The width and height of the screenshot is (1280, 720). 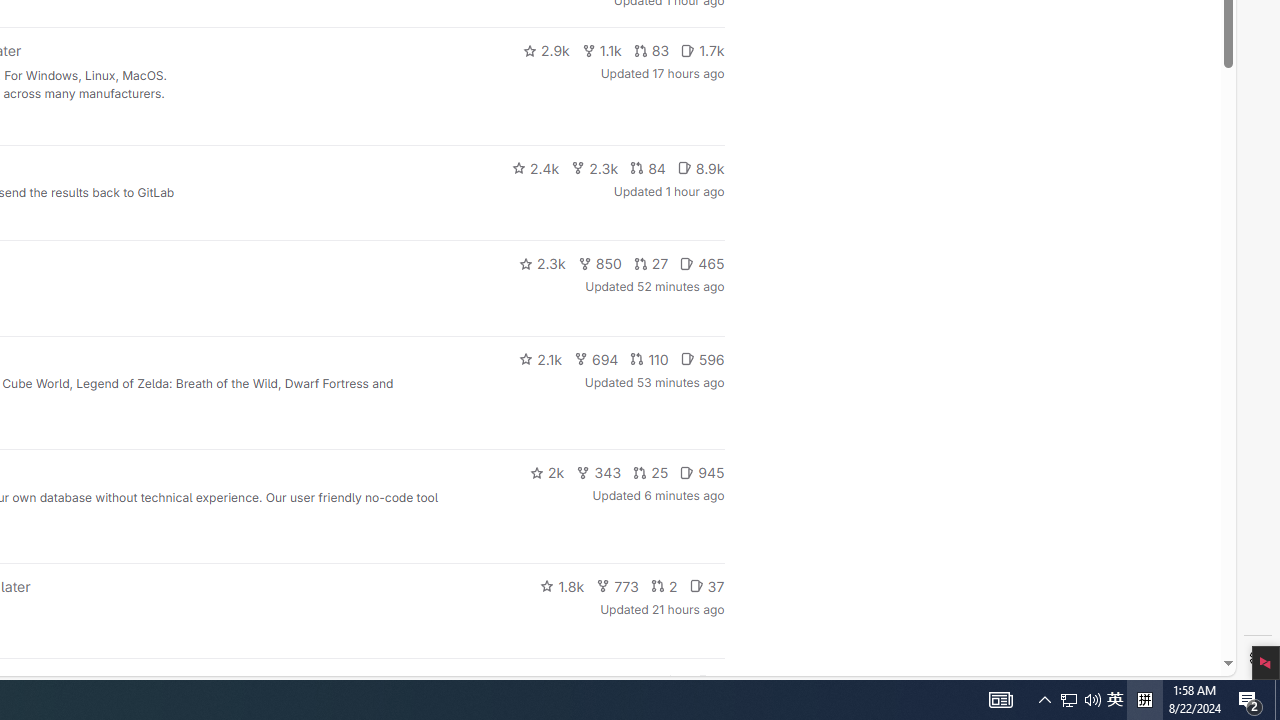 I want to click on '110', so click(x=649, y=357).